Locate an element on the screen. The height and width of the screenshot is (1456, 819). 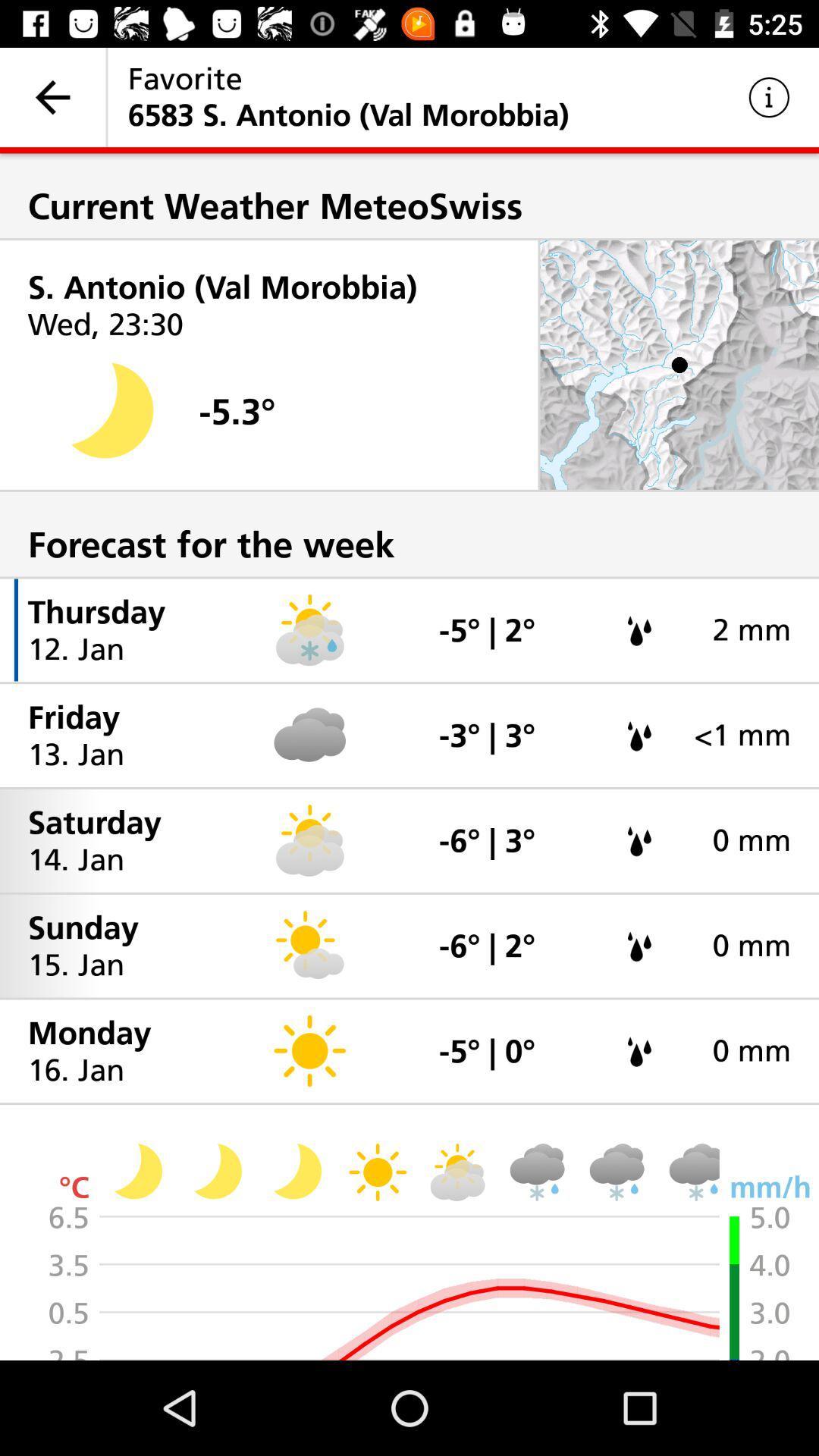
icon next to the favorite icon is located at coordinates (52, 96).